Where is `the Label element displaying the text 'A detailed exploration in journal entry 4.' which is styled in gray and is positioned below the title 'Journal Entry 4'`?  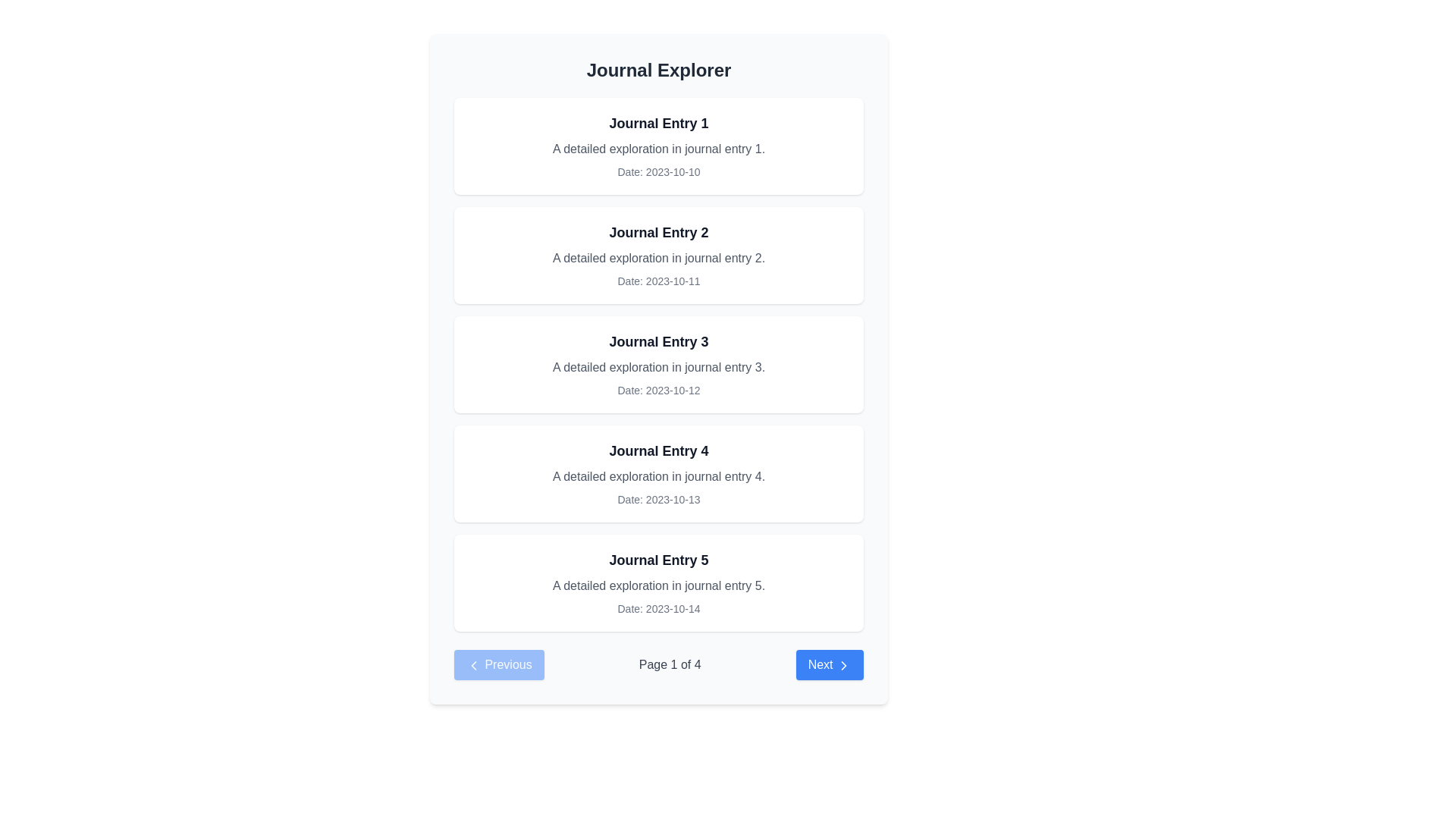
the Label element displaying the text 'A detailed exploration in journal entry 4.' which is styled in gray and is positioned below the title 'Journal Entry 4' is located at coordinates (658, 475).